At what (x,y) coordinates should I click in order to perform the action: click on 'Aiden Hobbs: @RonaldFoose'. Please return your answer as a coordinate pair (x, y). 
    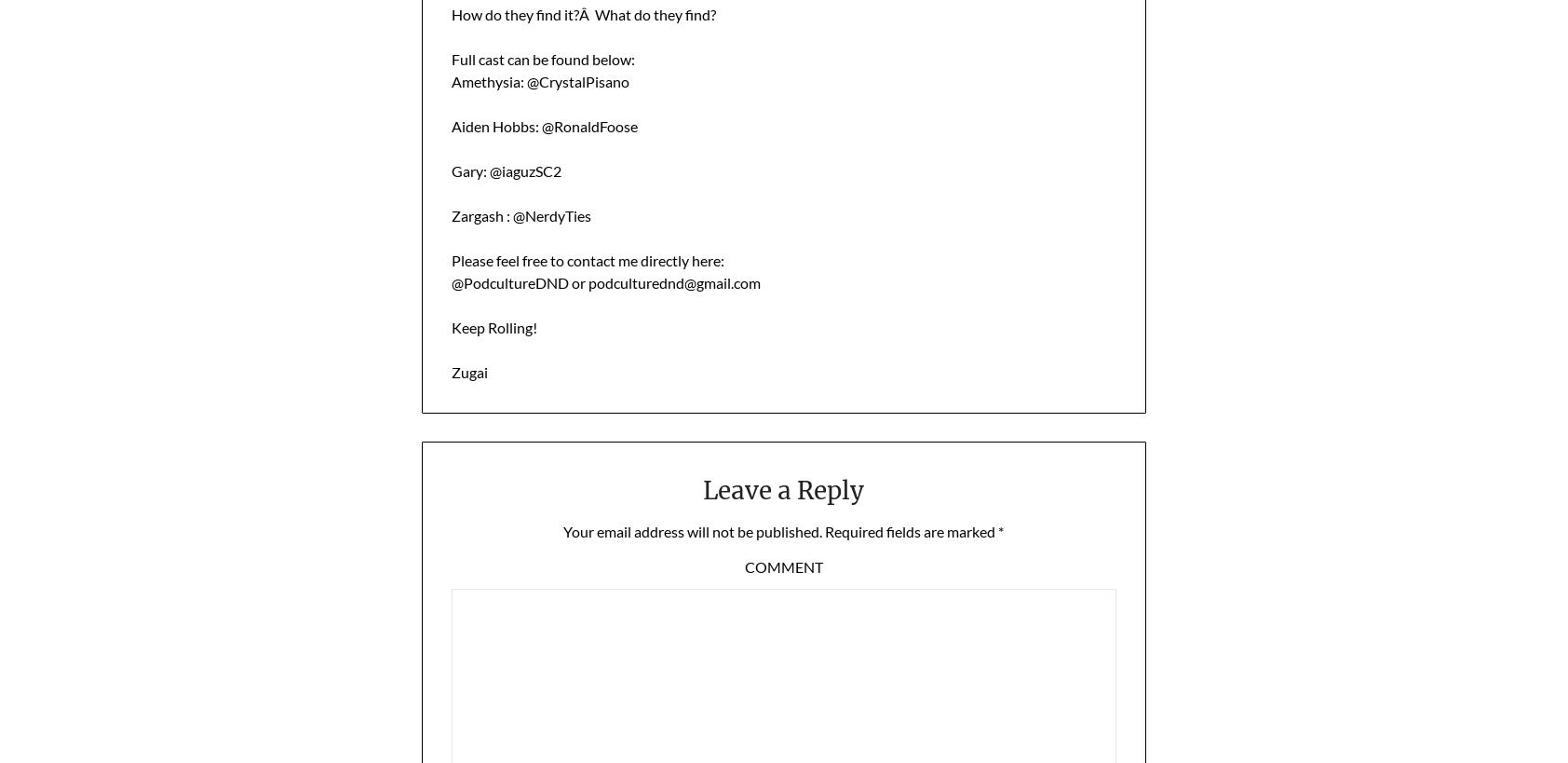
    Looking at the image, I should click on (543, 124).